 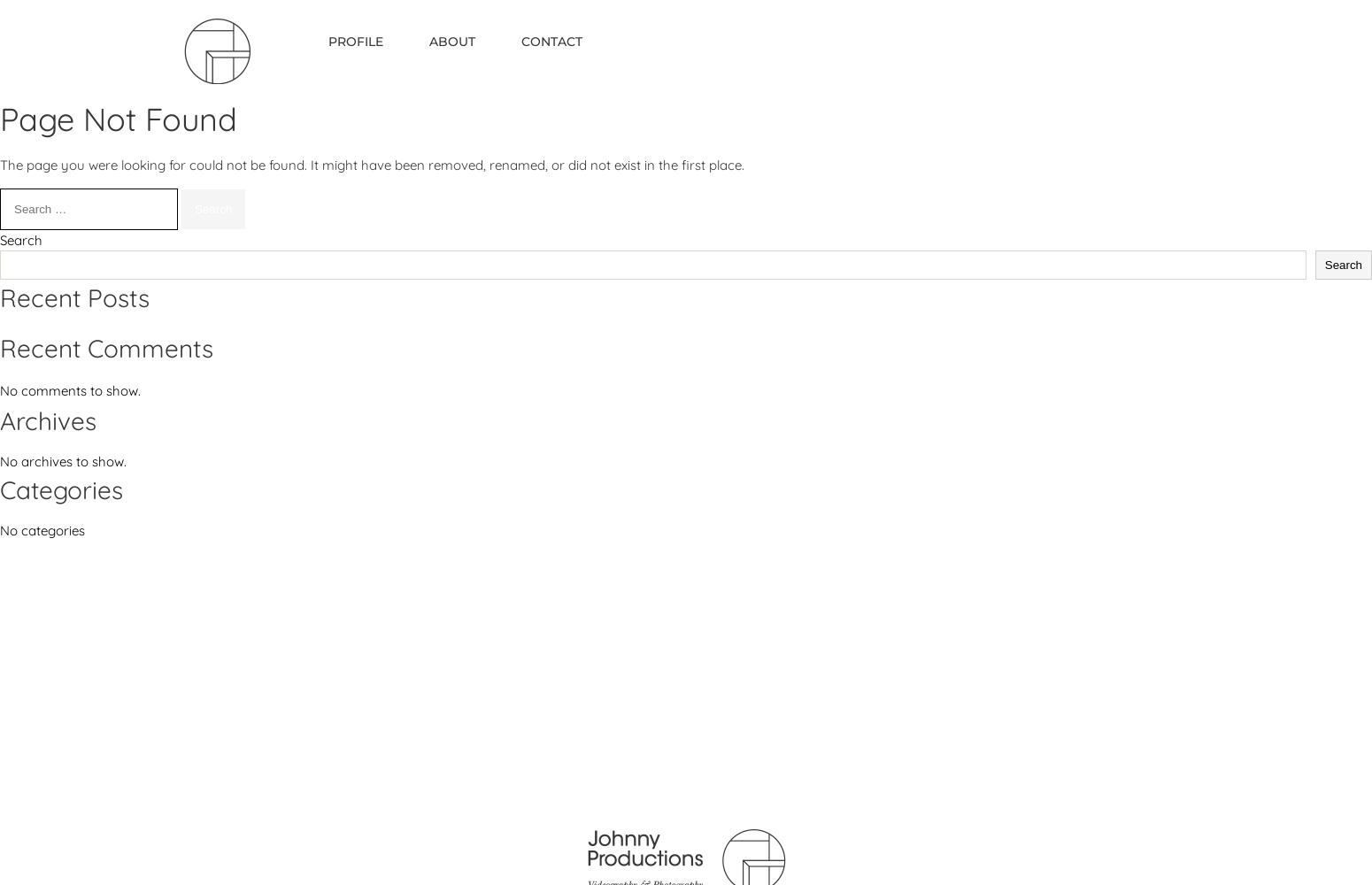 What do you see at coordinates (42, 529) in the screenshot?
I see `'No categories'` at bounding box center [42, 529].